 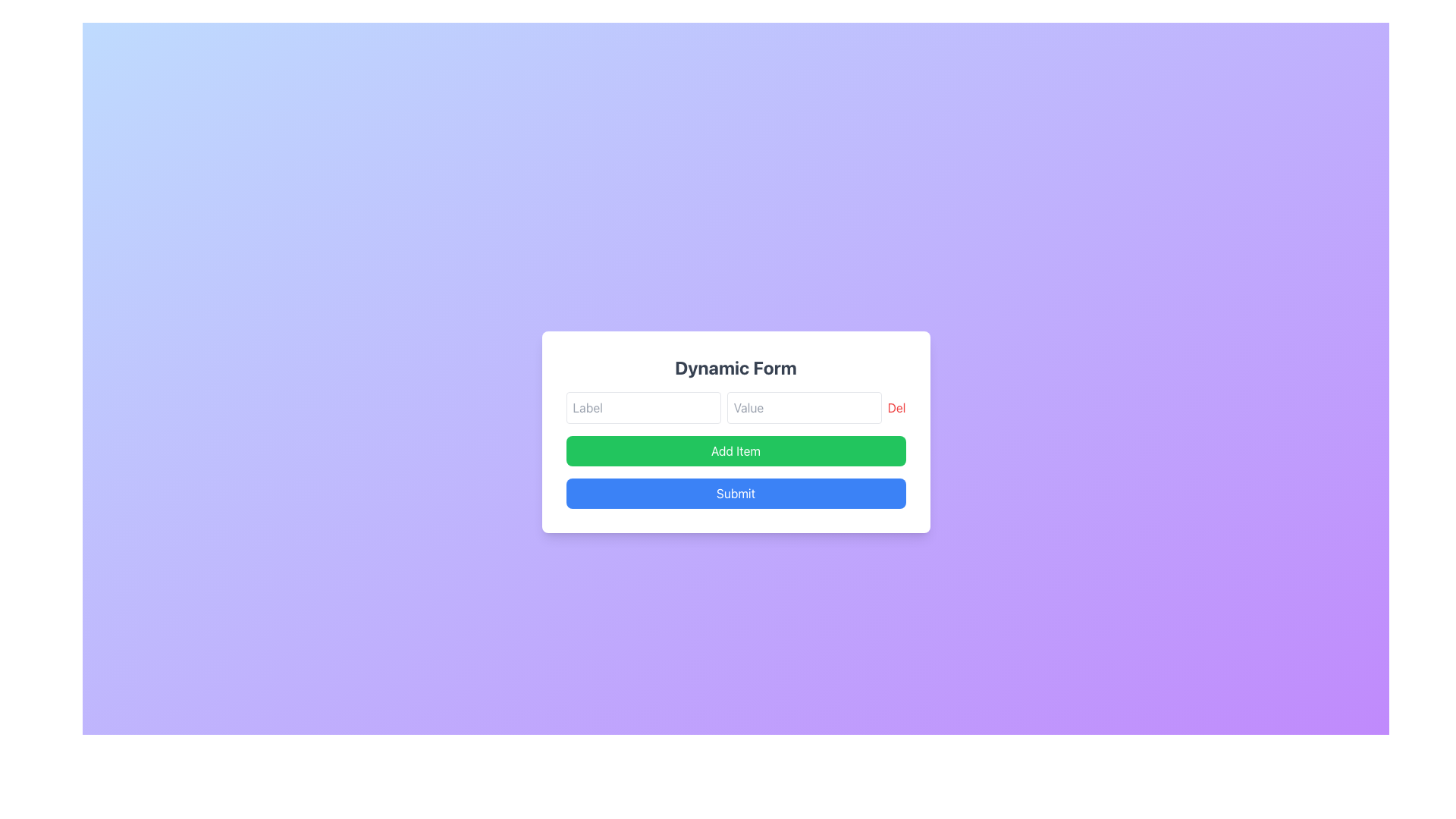 What do you see at coordinates (896, 406) in the screenshot?
I see `the delete button, which is positioned to the far right of the input fields and aligns with the 'Value' input field` at bounding box center [896, 406].